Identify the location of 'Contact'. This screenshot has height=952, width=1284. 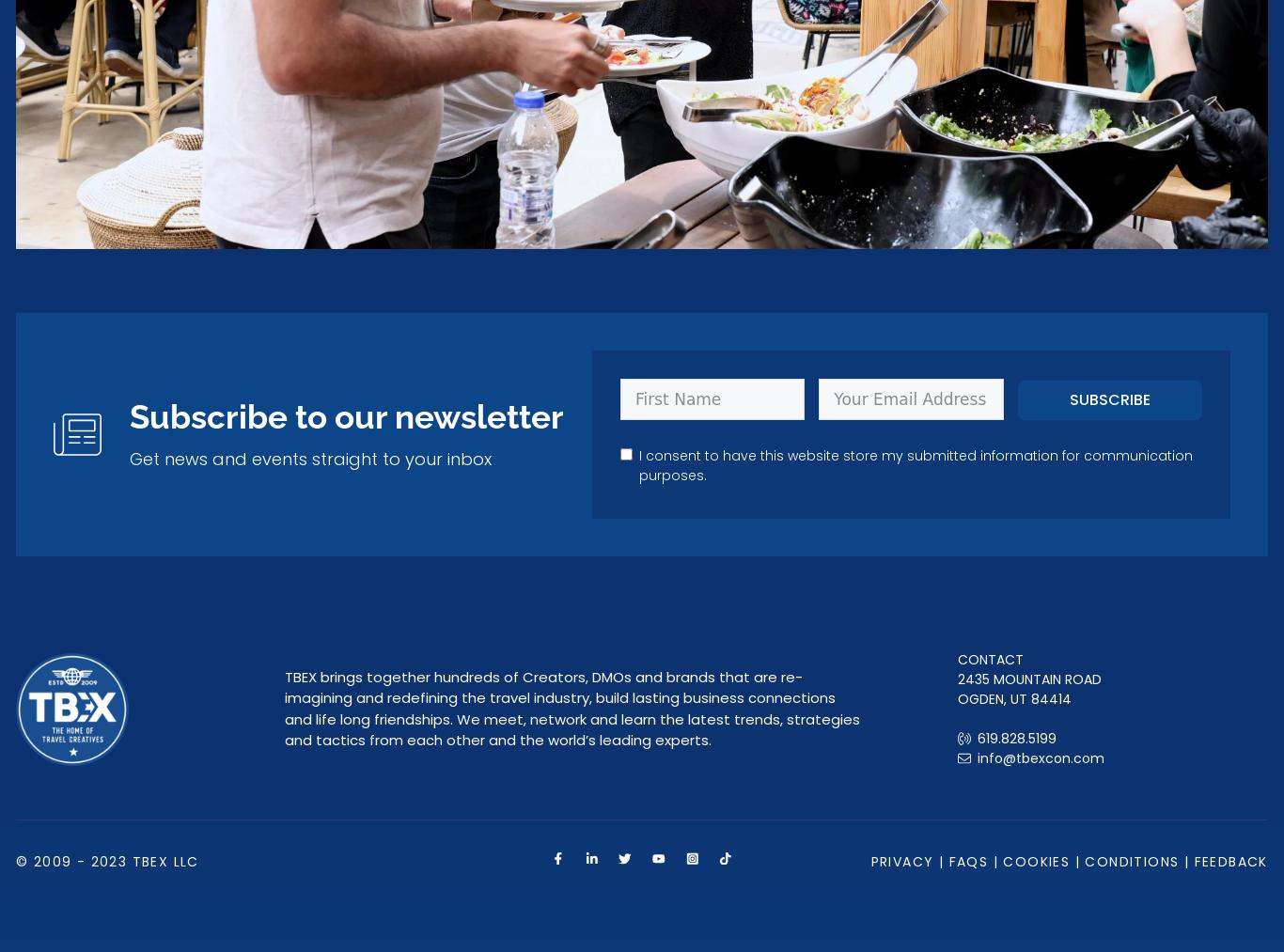
(958, 657).